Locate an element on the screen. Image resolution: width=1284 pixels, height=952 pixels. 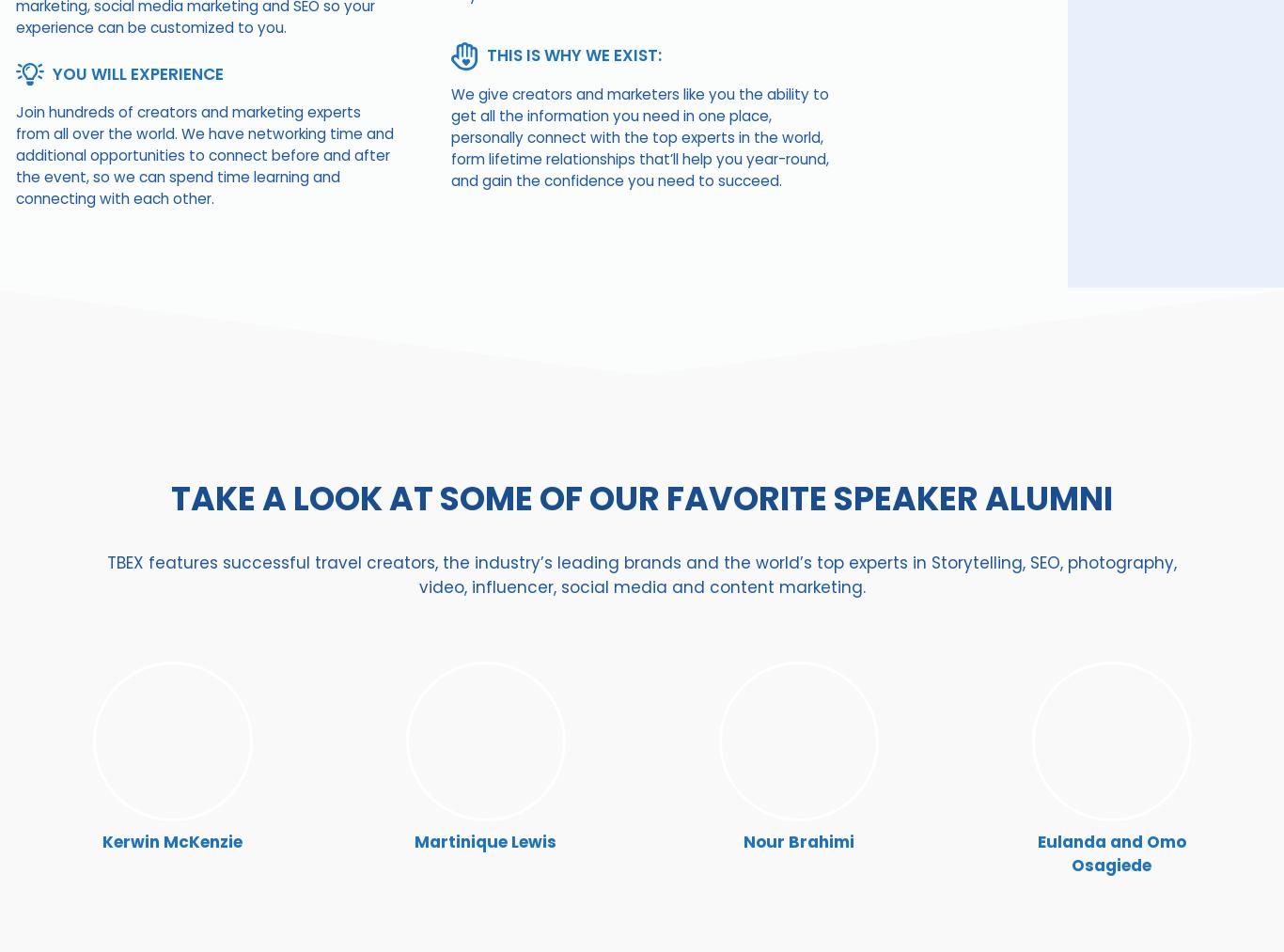
'Join hundreds of creators and marketing experts from all over the world. We have networking time and additional opportunities to connect before and after the event, so we can spend time learning and connecting with each other.' is located at coordinates (204, 155).